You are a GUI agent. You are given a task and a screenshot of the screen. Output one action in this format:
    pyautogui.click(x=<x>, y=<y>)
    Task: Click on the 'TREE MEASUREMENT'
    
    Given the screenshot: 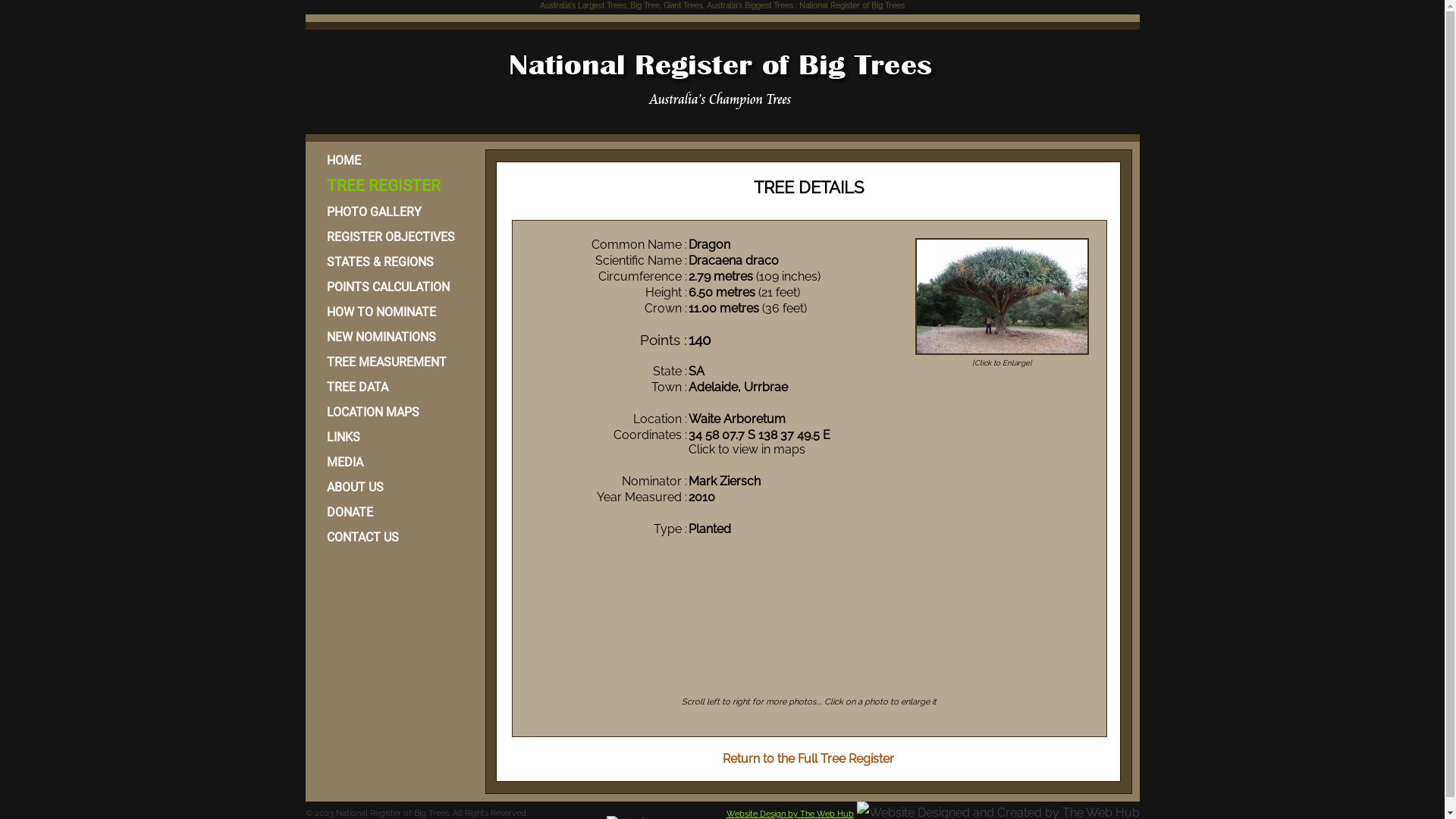 What is the action you would take?
    pyautogui.click(x=393, y=362)
    